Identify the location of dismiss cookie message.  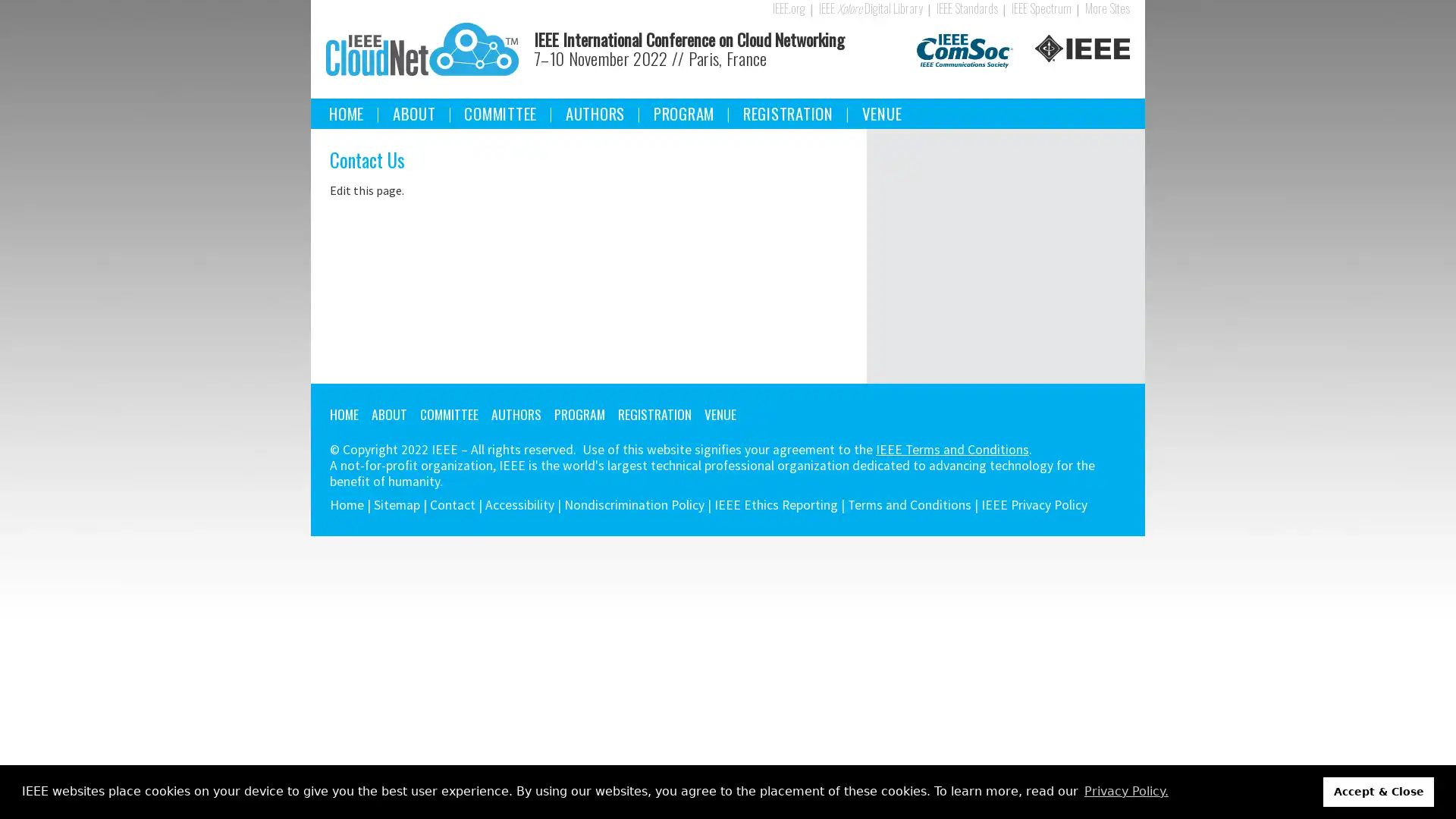
(1379, 791).